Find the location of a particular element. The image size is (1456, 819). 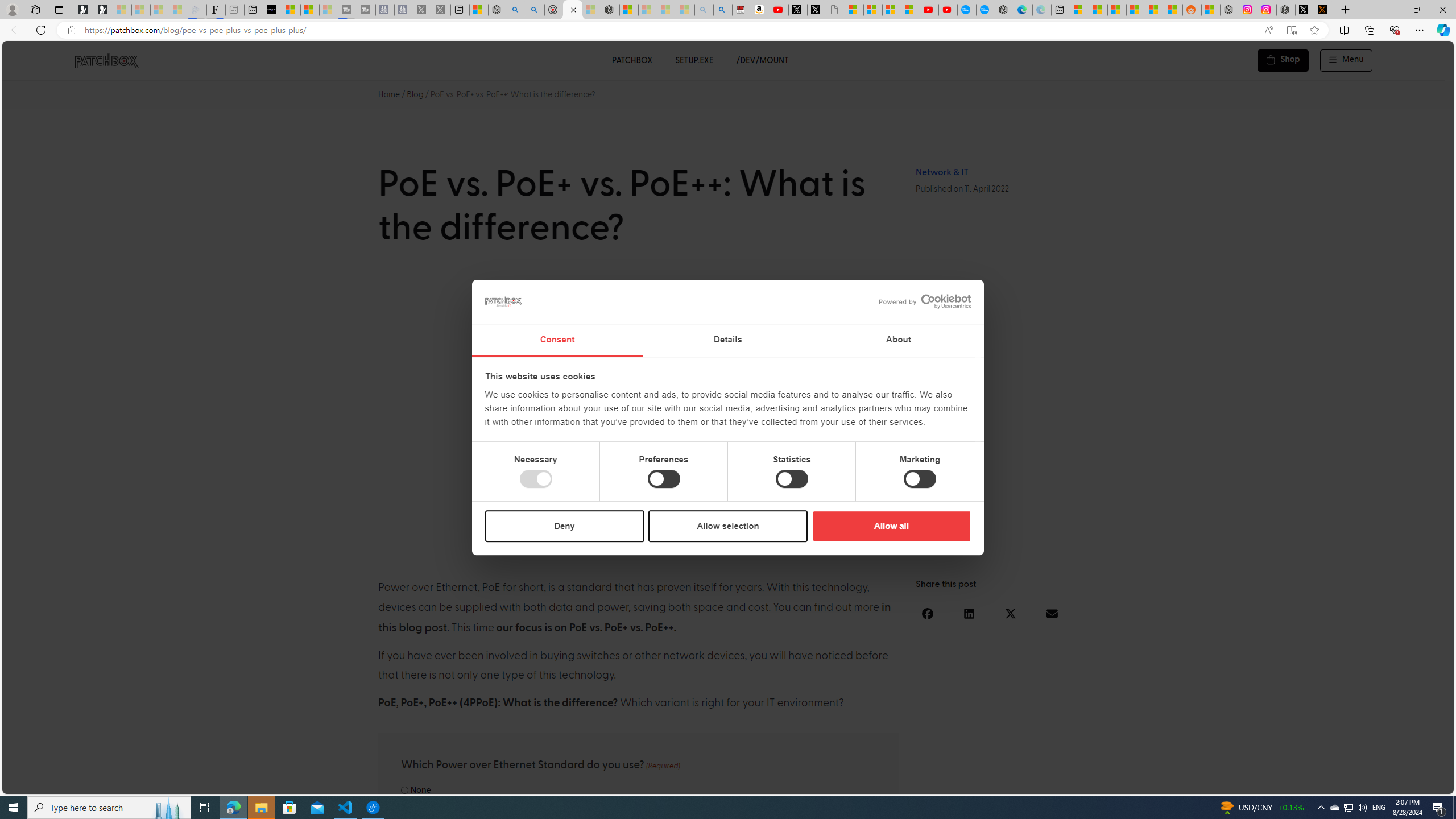

'Network & IT' is located at coordinates (941, 172).